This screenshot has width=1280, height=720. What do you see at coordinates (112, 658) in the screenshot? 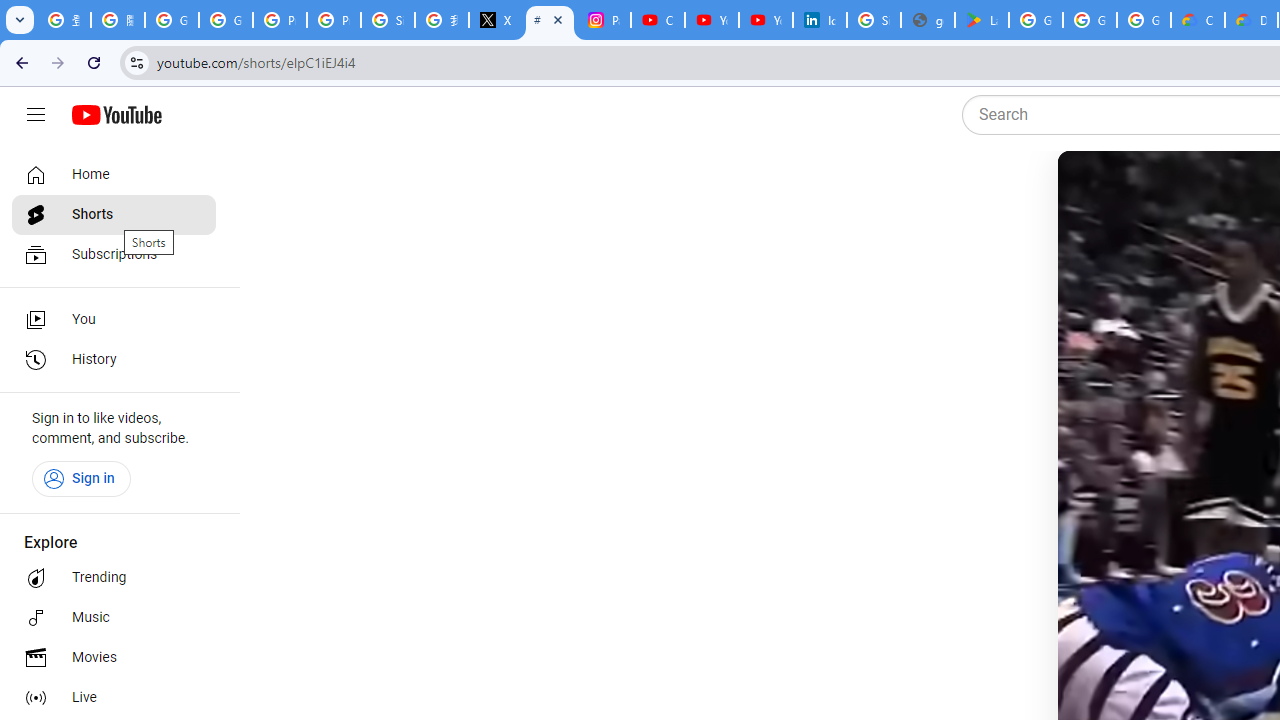
I see `'Movies'` at bounding box center [112, 658].